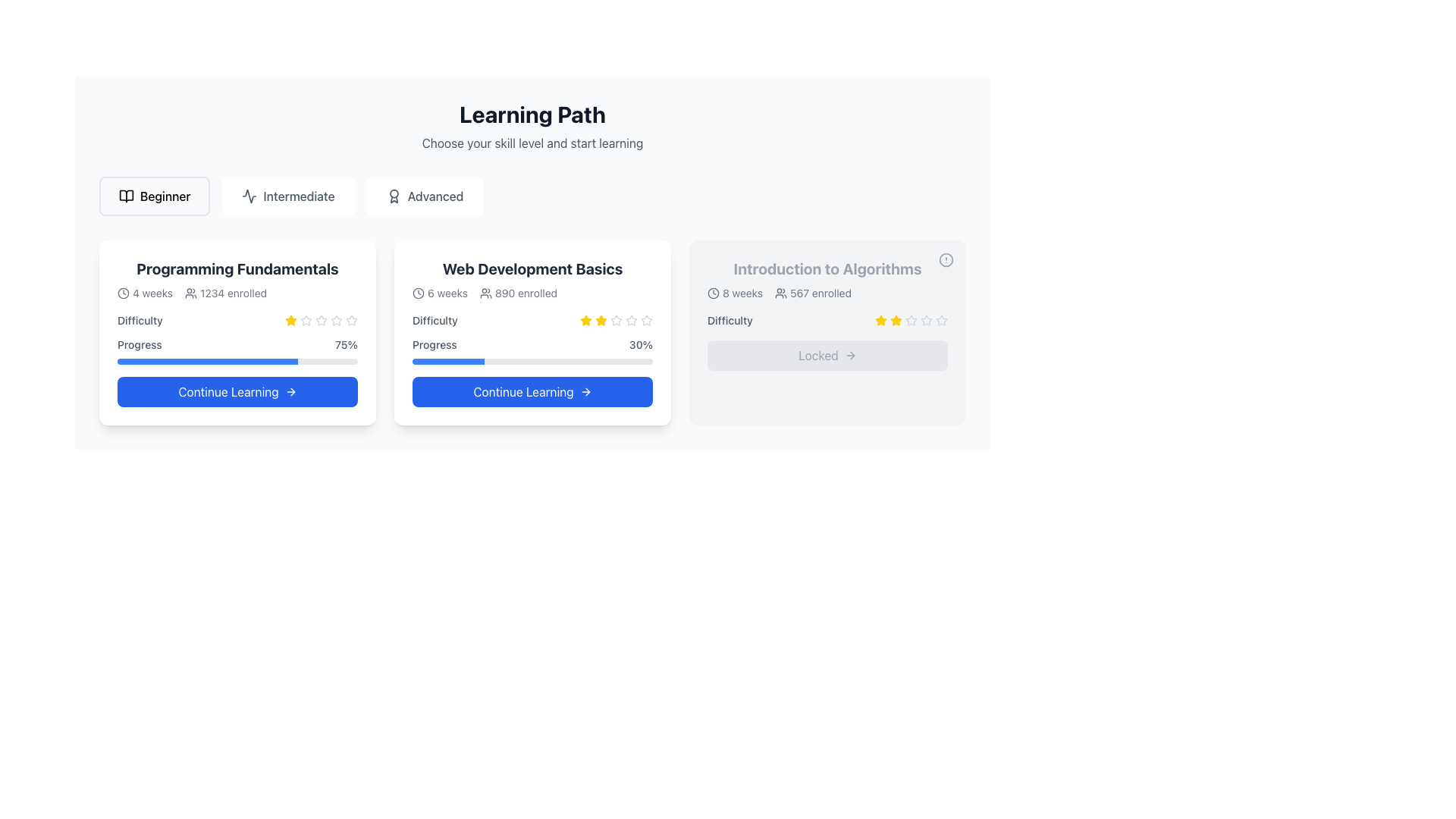 The width and height of the screenshot is (1456, 819). Describe the element at coordinates (827, 332) in the screenshot. I see `the content card titled 'Introduction to Algorithms' with a gray button labeled 'Locked' at the bottom` at that location.